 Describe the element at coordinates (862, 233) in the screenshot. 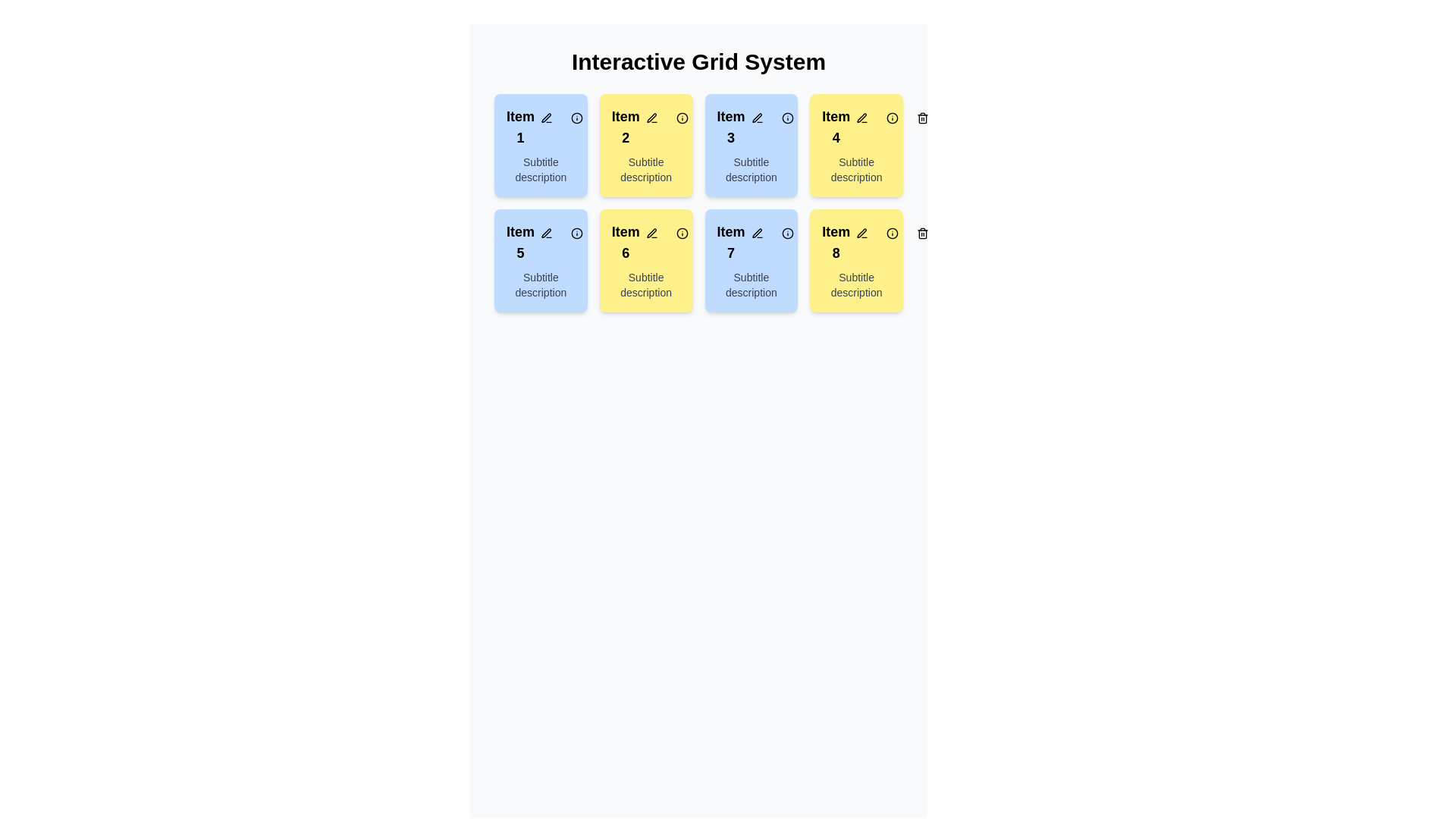

I see `the edit icon button located in the top-right corner of the grid item labeled 'Item 8'` at that location.